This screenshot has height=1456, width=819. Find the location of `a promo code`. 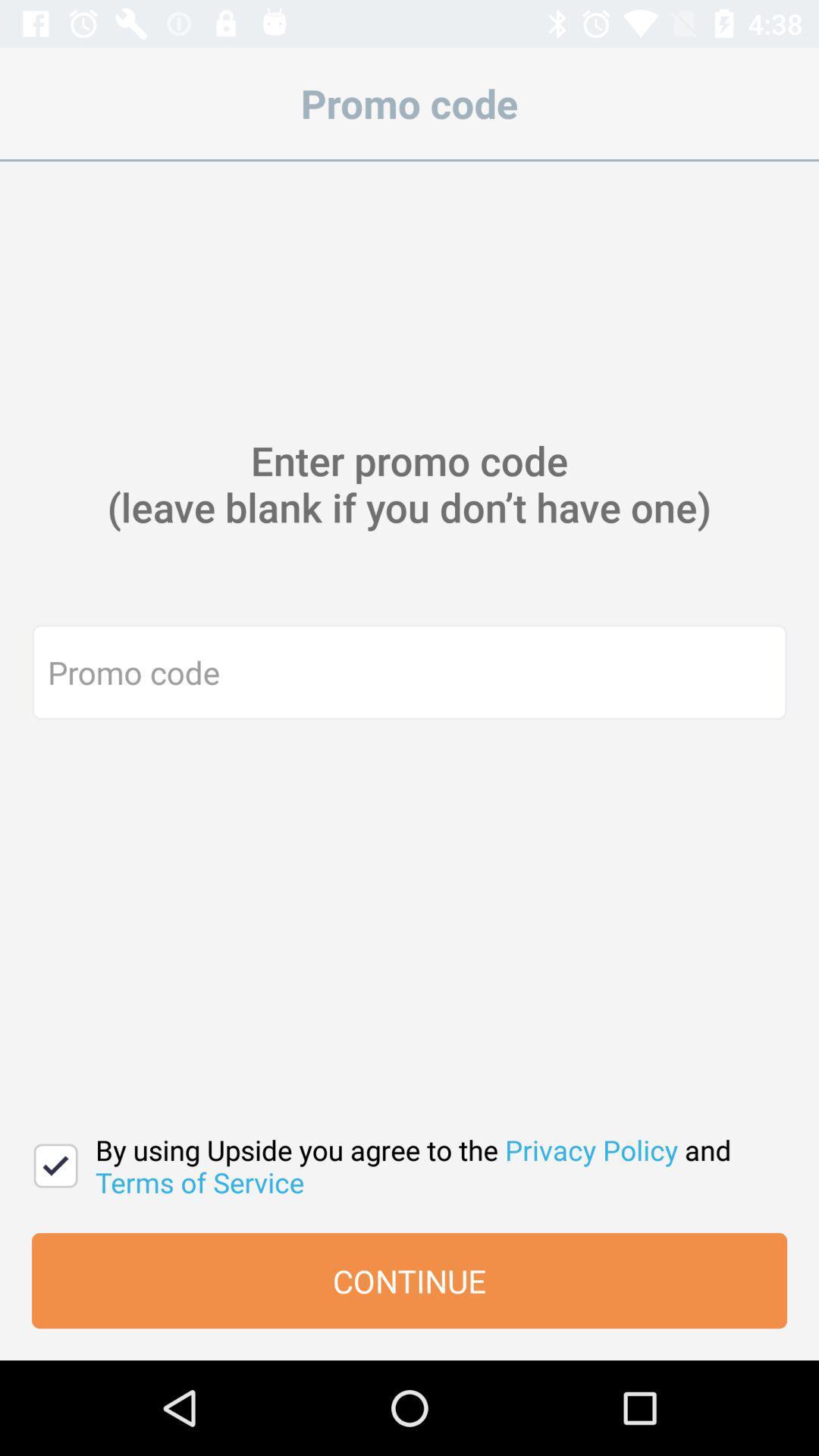

a promo code is located at coordinates (409, 671).